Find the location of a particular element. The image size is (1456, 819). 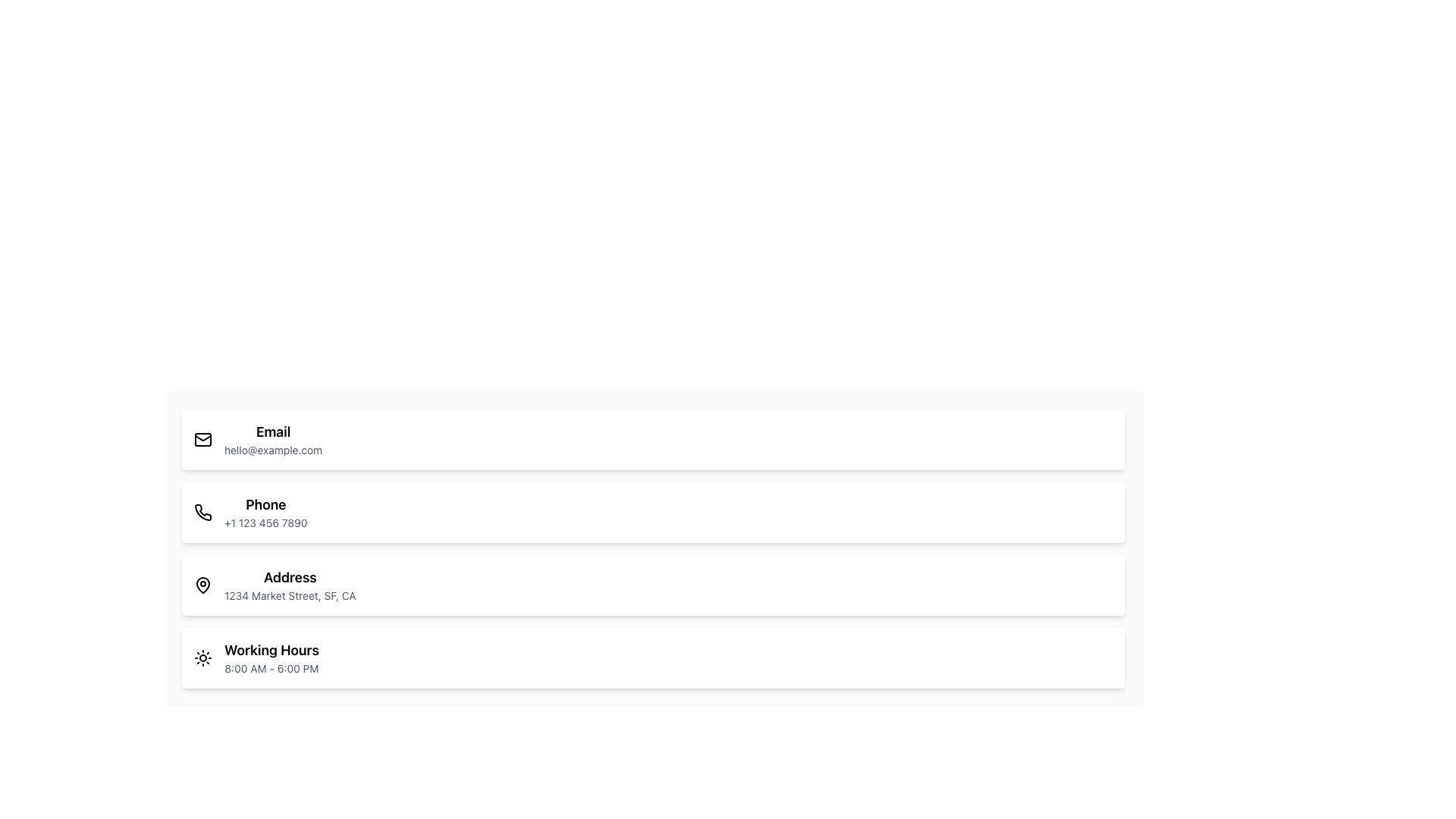

the static text element displaying the email address 'hello@example.com', which is styled in a smaller gray font and located beneath the 'Email' label is located at coordinates (273, 450).